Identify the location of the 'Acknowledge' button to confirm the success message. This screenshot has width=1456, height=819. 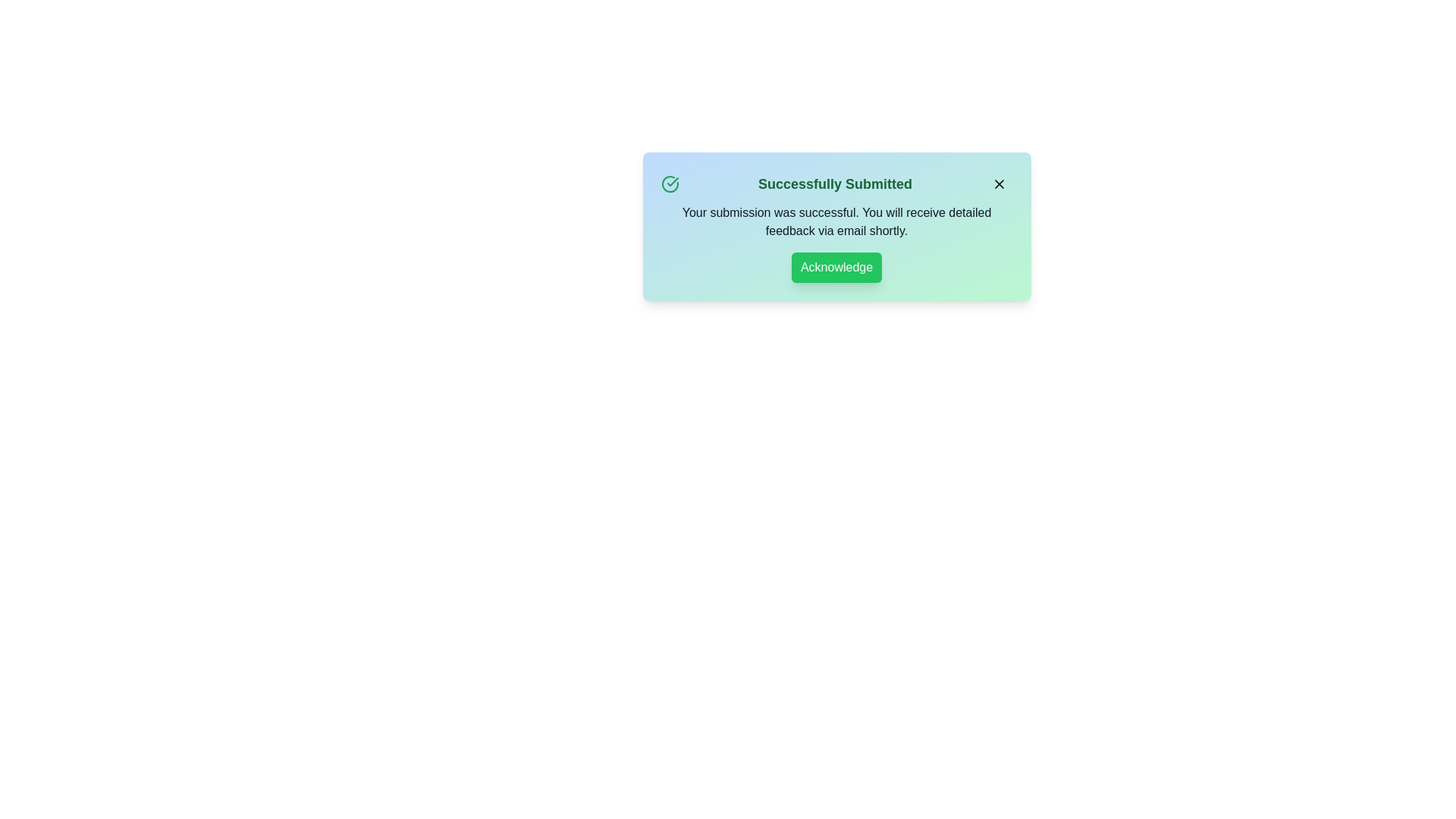
(836, 267).